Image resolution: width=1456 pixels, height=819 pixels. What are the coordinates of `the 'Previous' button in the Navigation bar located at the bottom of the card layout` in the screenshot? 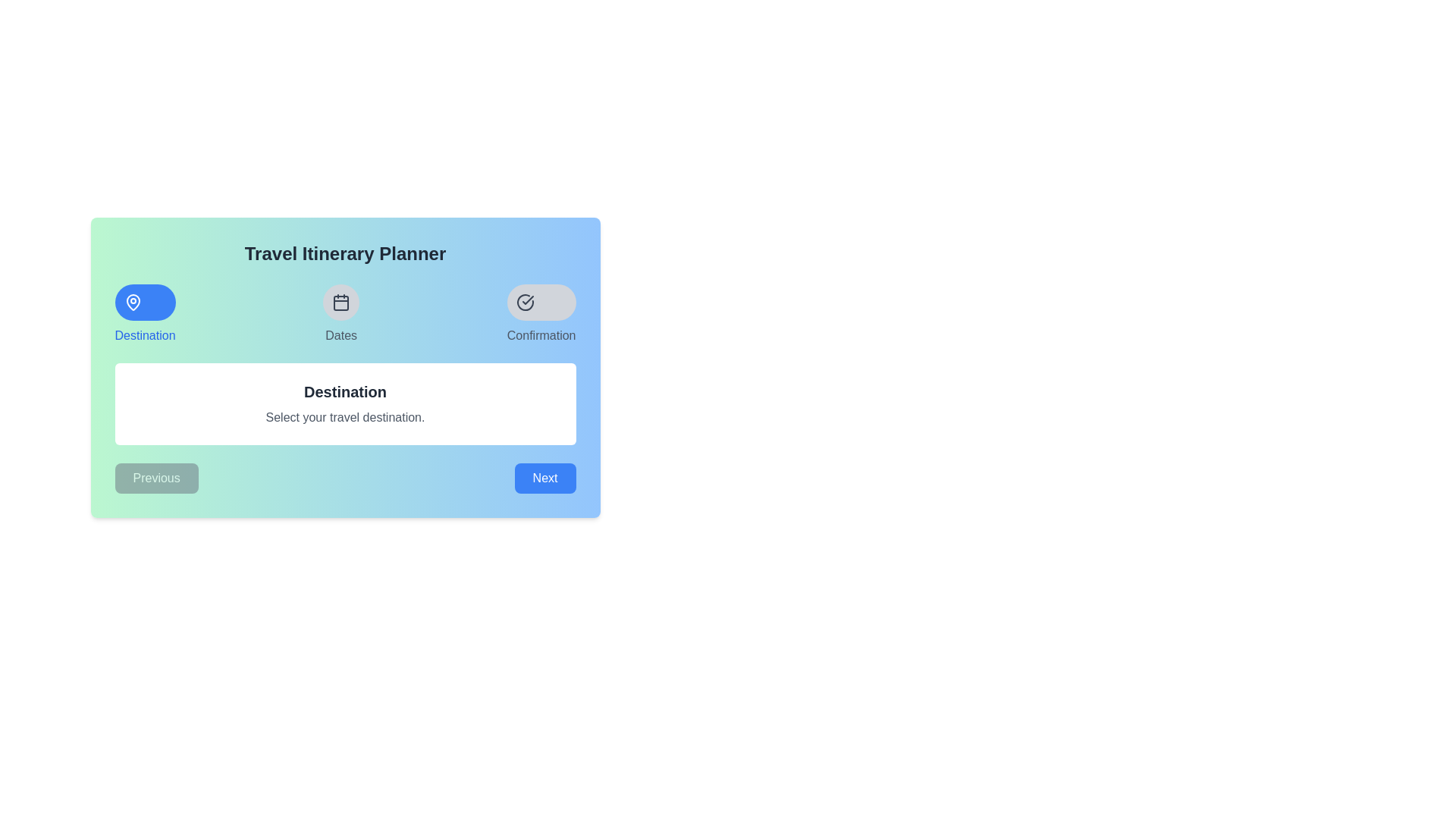 It's located at (344, 479).